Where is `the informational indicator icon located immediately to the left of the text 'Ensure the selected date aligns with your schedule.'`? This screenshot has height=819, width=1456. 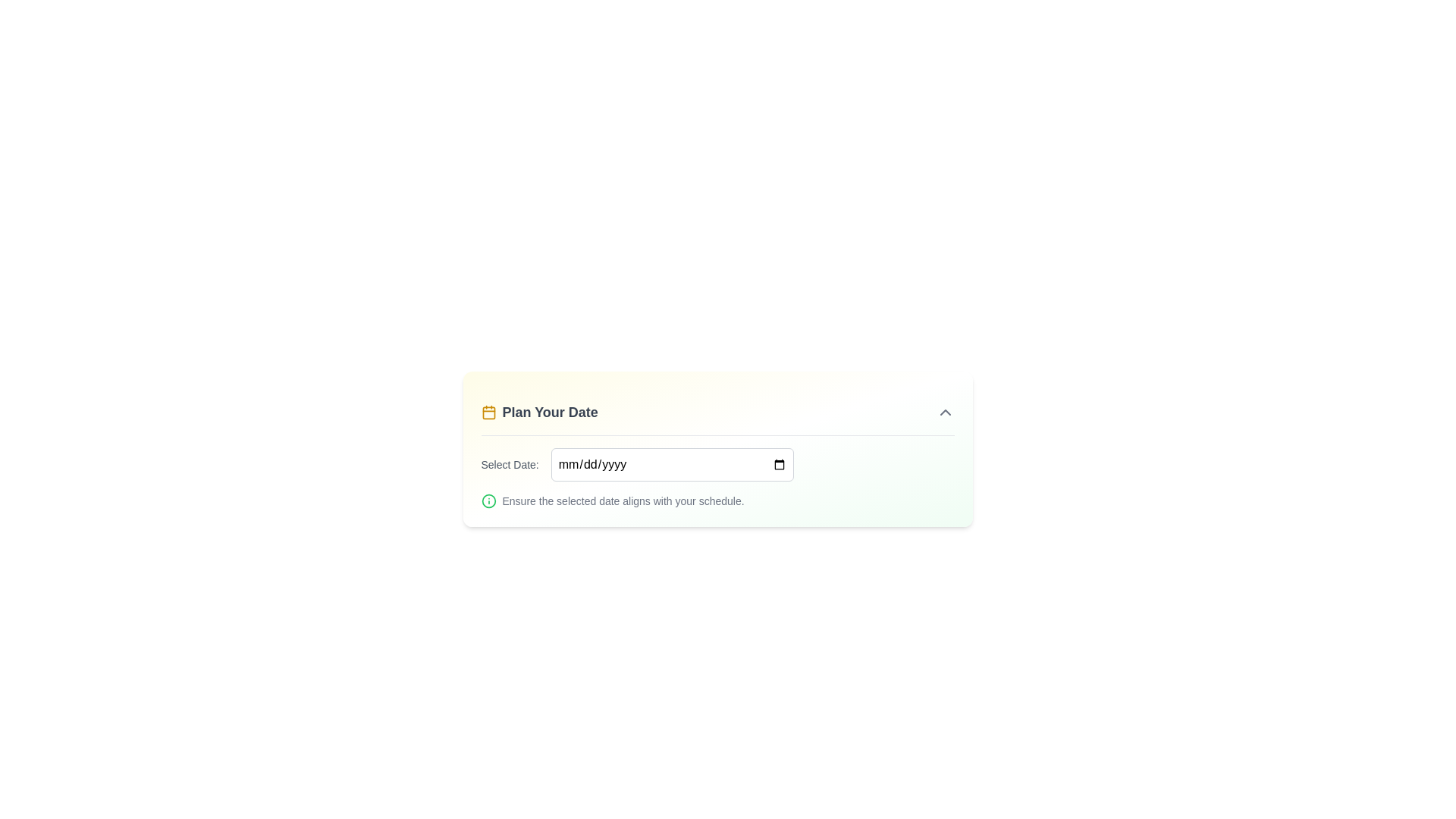
the informational indicator icon located immediately to the left of the text 'Ensure the selected date aligns with your schedule.' is located at coordinates (488, 500).